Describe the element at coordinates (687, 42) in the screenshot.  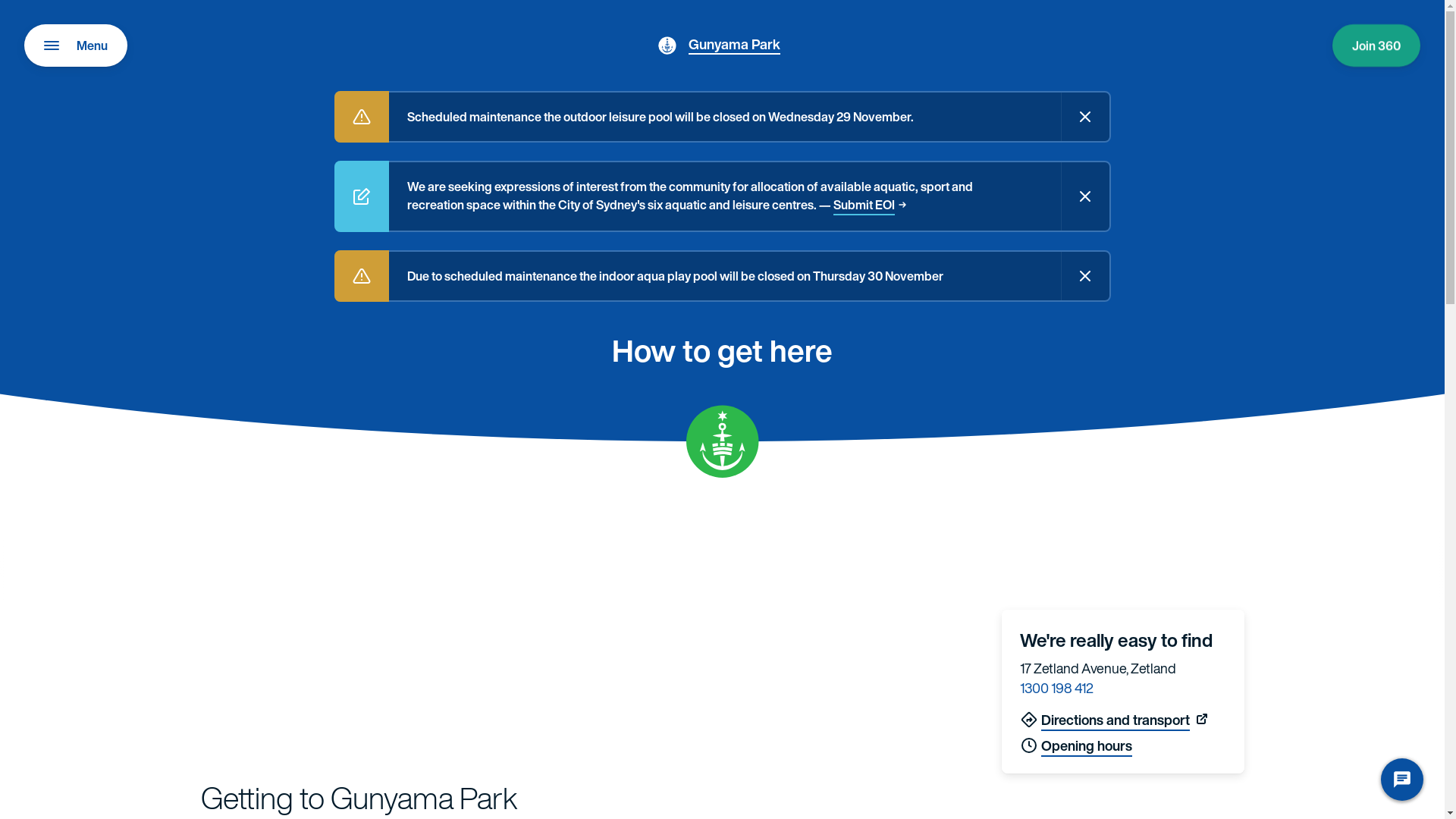
I see `'Gunyama Park'` at that location.